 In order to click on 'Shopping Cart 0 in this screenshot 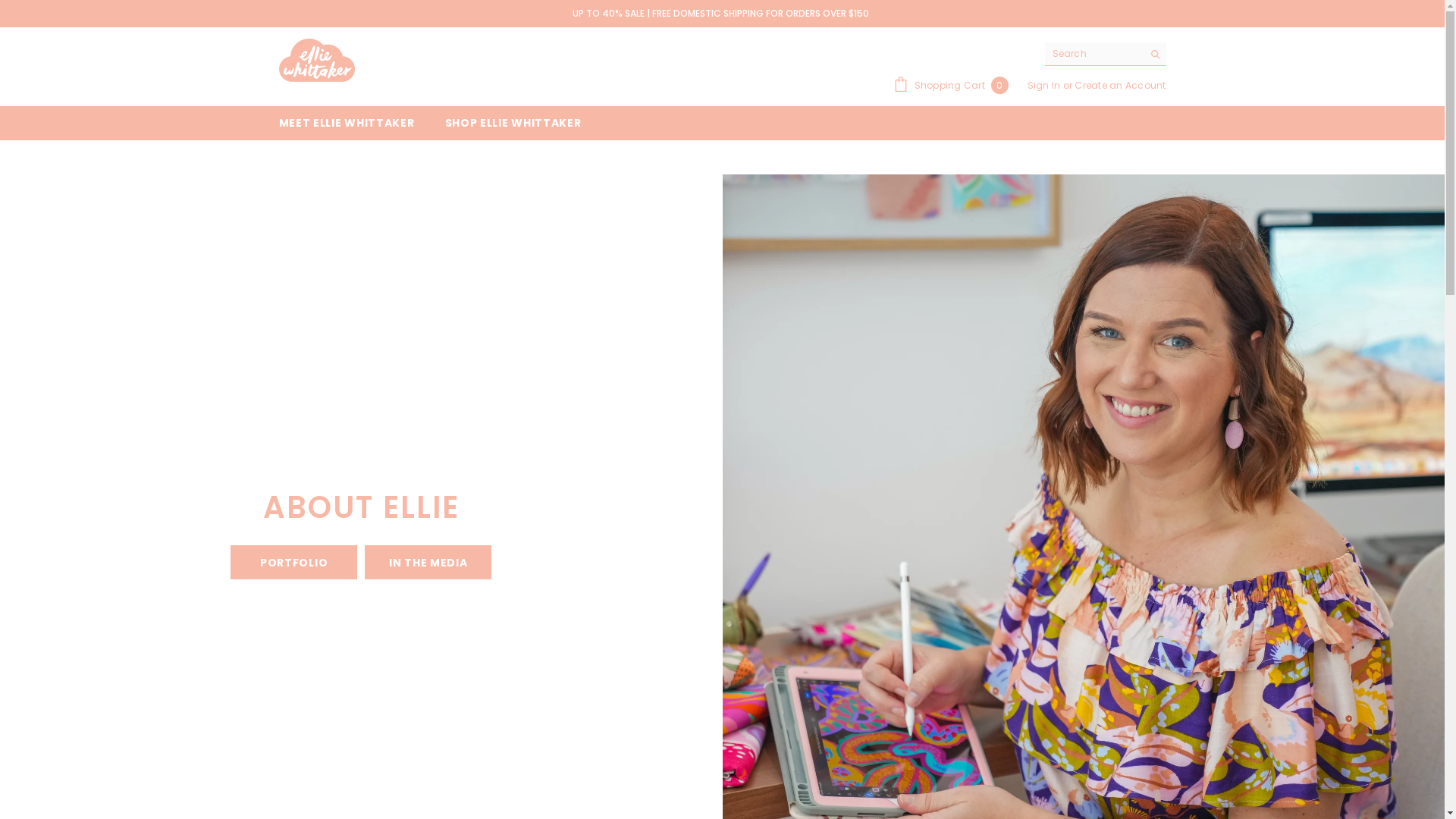, I will do `click(949, 85)`.